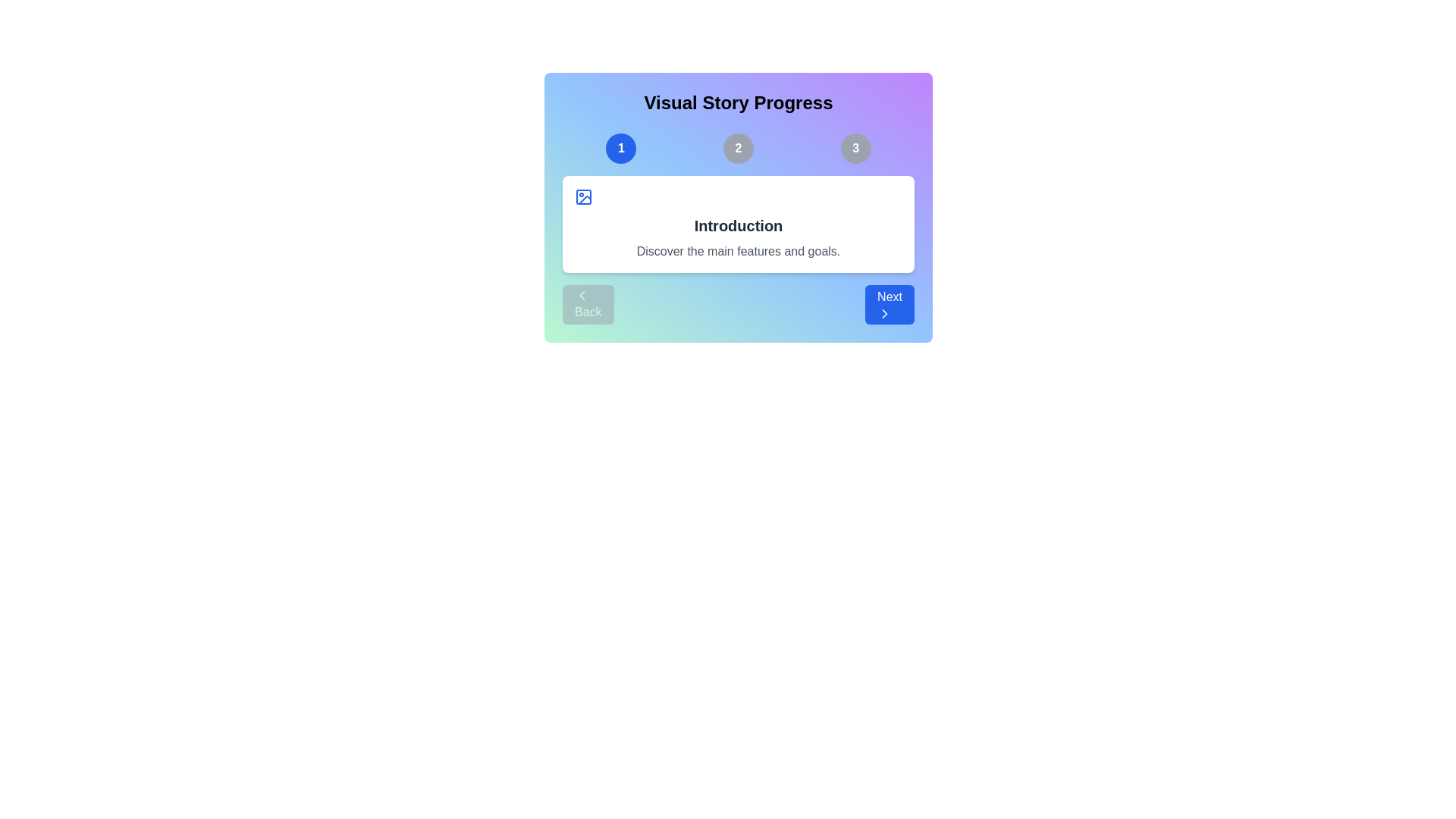 The height and width of the screenshot is (819, 1456). I want to click on the slide number indicator corresponding to slide 3, so click(855, 149).